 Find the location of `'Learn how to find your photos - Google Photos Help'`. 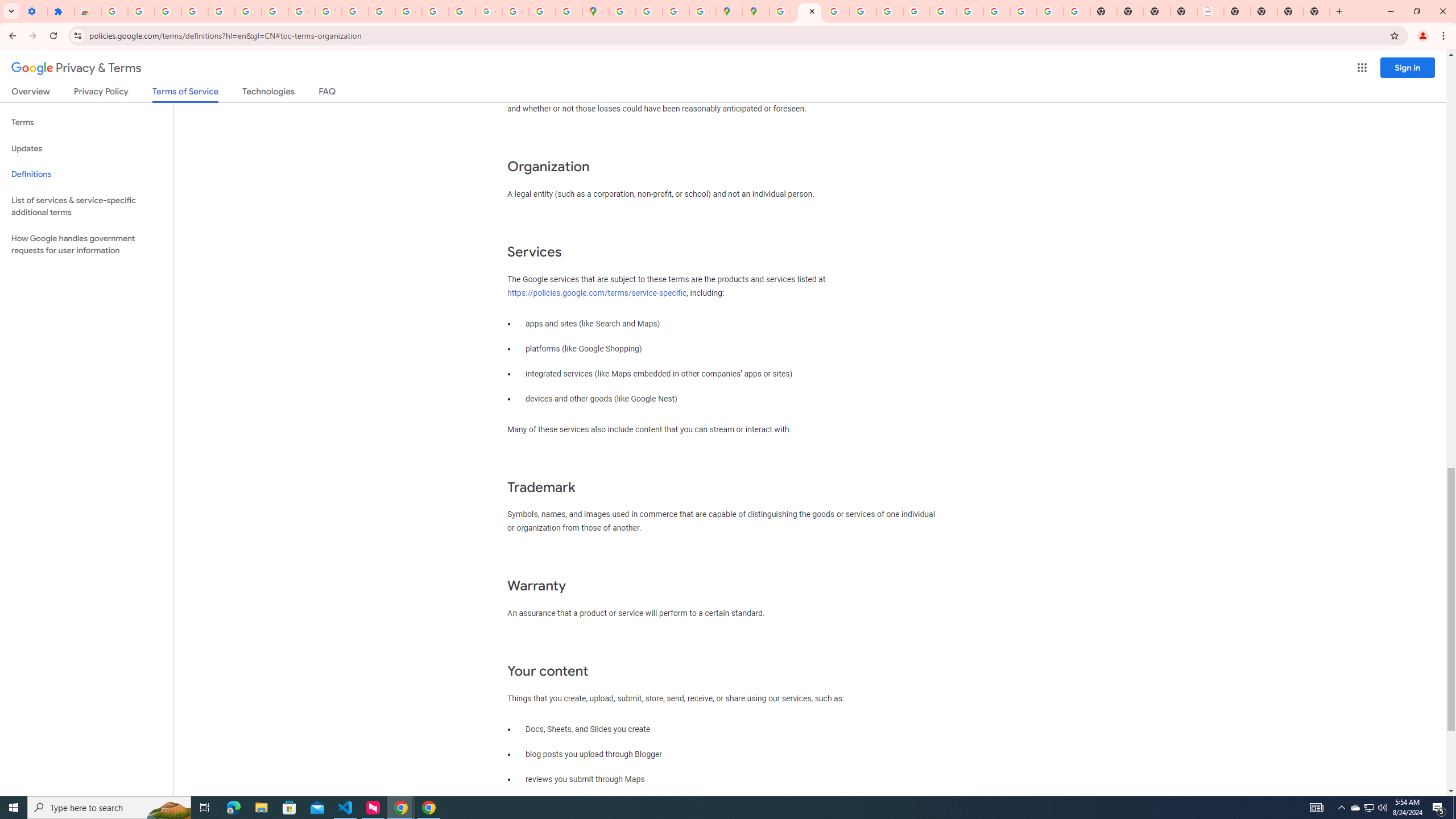

'Learn how to find your photos - Google Photos Help' is located at coordinates (194, 11).